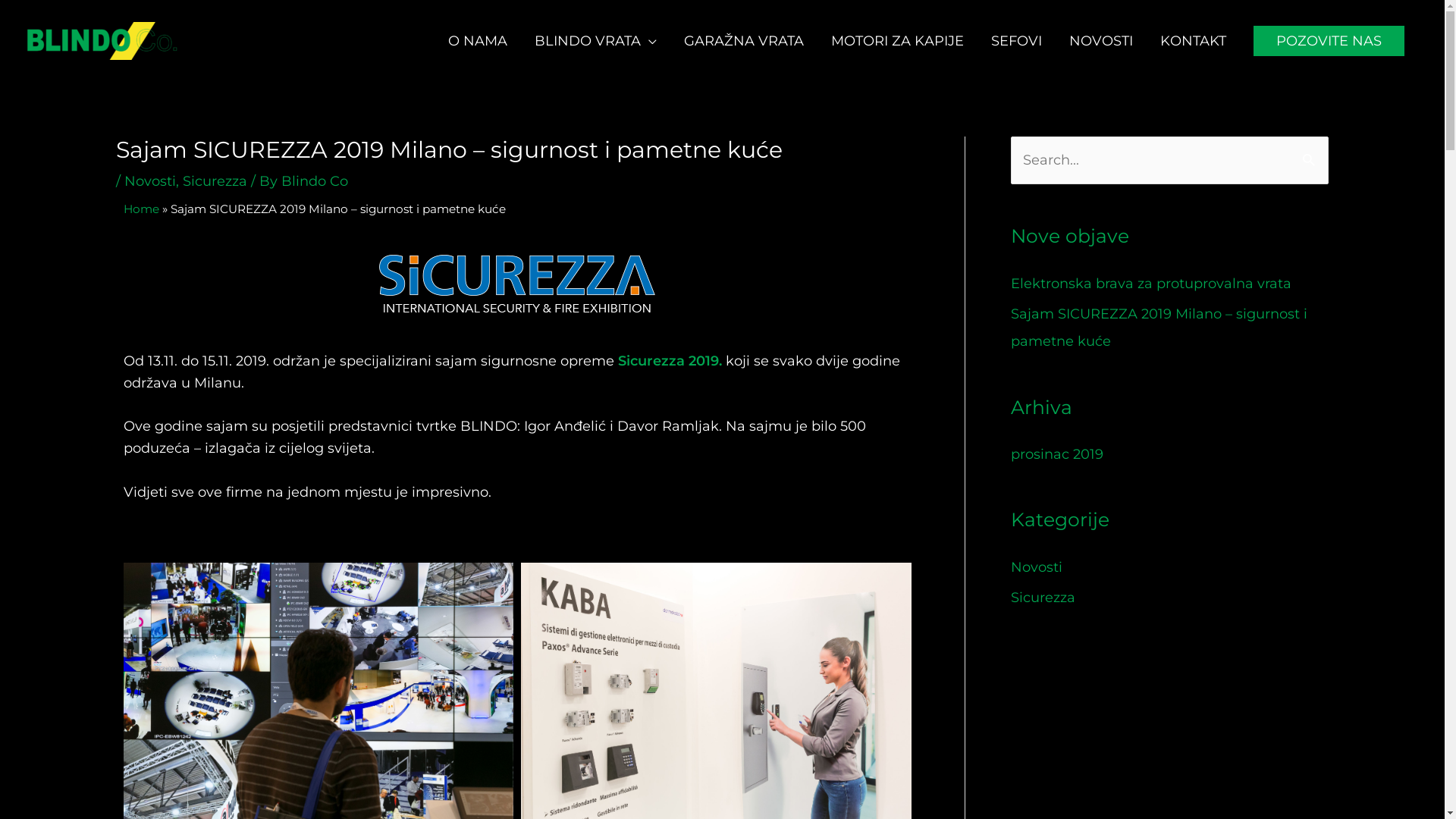 Image resolution: width=1456 pixels, height=819 pixels. What do you see at coordinates (1055, 453) in the screenshot?
I see `'prosinac 2019'` at bounding box center [1055, 453].